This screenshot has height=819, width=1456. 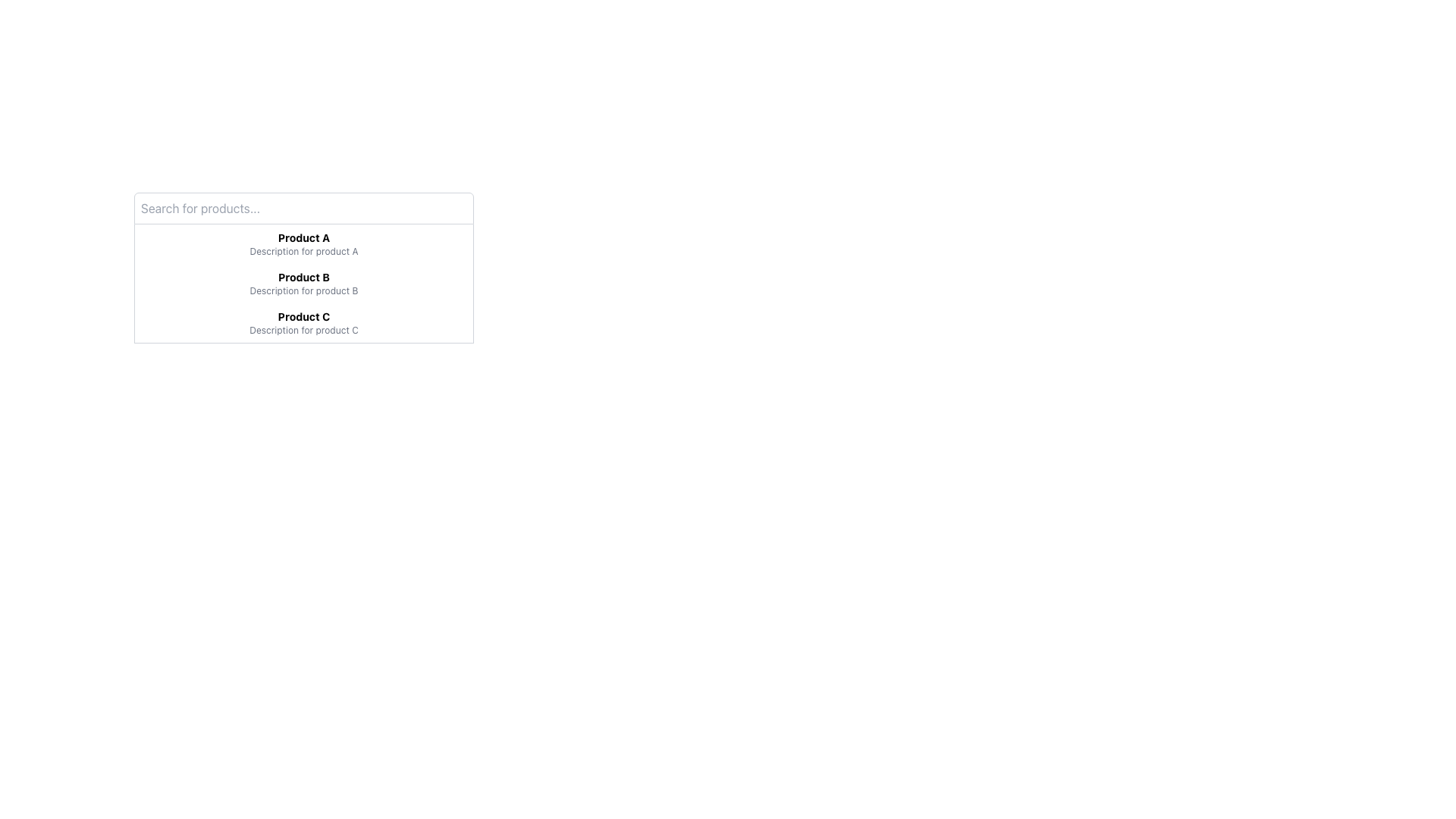 I want to click on the highlighted entry 'Product B' in the suggestion list below the search box titled 'Search for products...', so click(x=303, y=284).